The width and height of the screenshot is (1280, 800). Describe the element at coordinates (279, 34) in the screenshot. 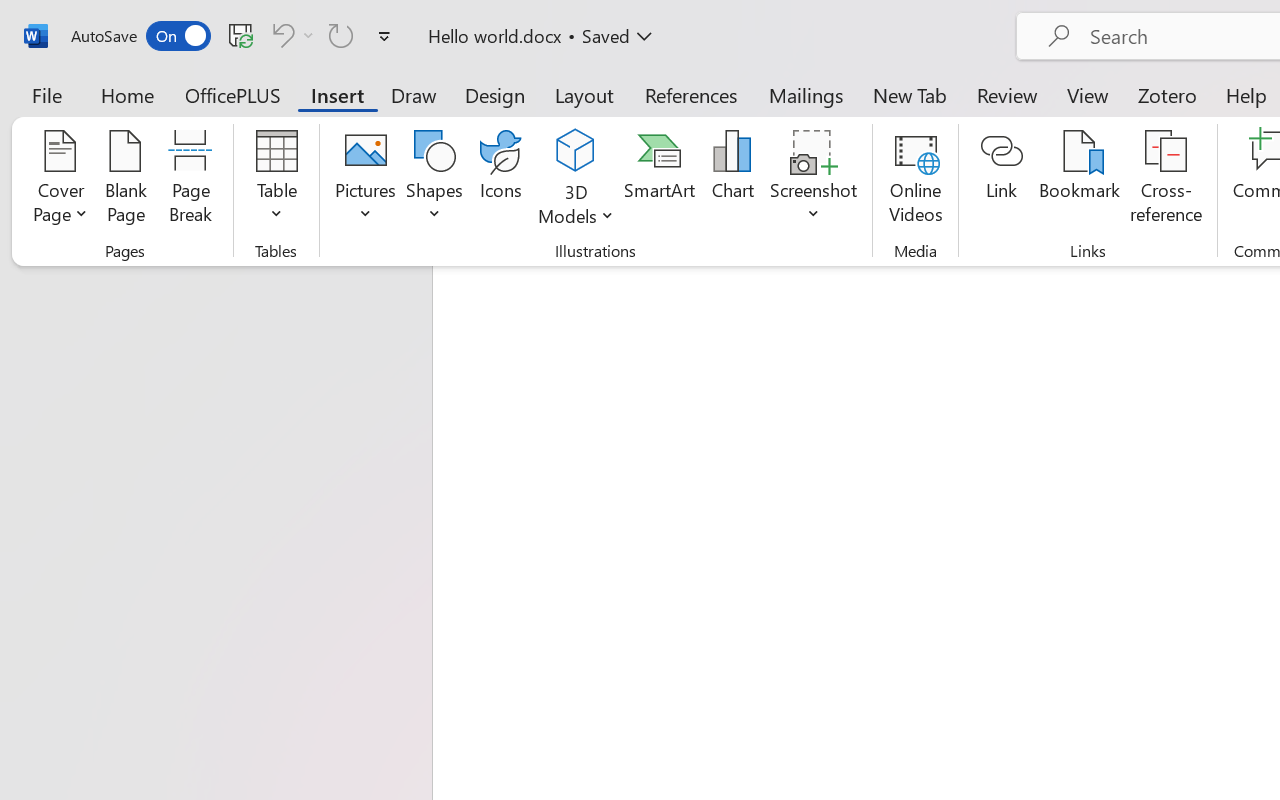

I see `'Can'` at that location.